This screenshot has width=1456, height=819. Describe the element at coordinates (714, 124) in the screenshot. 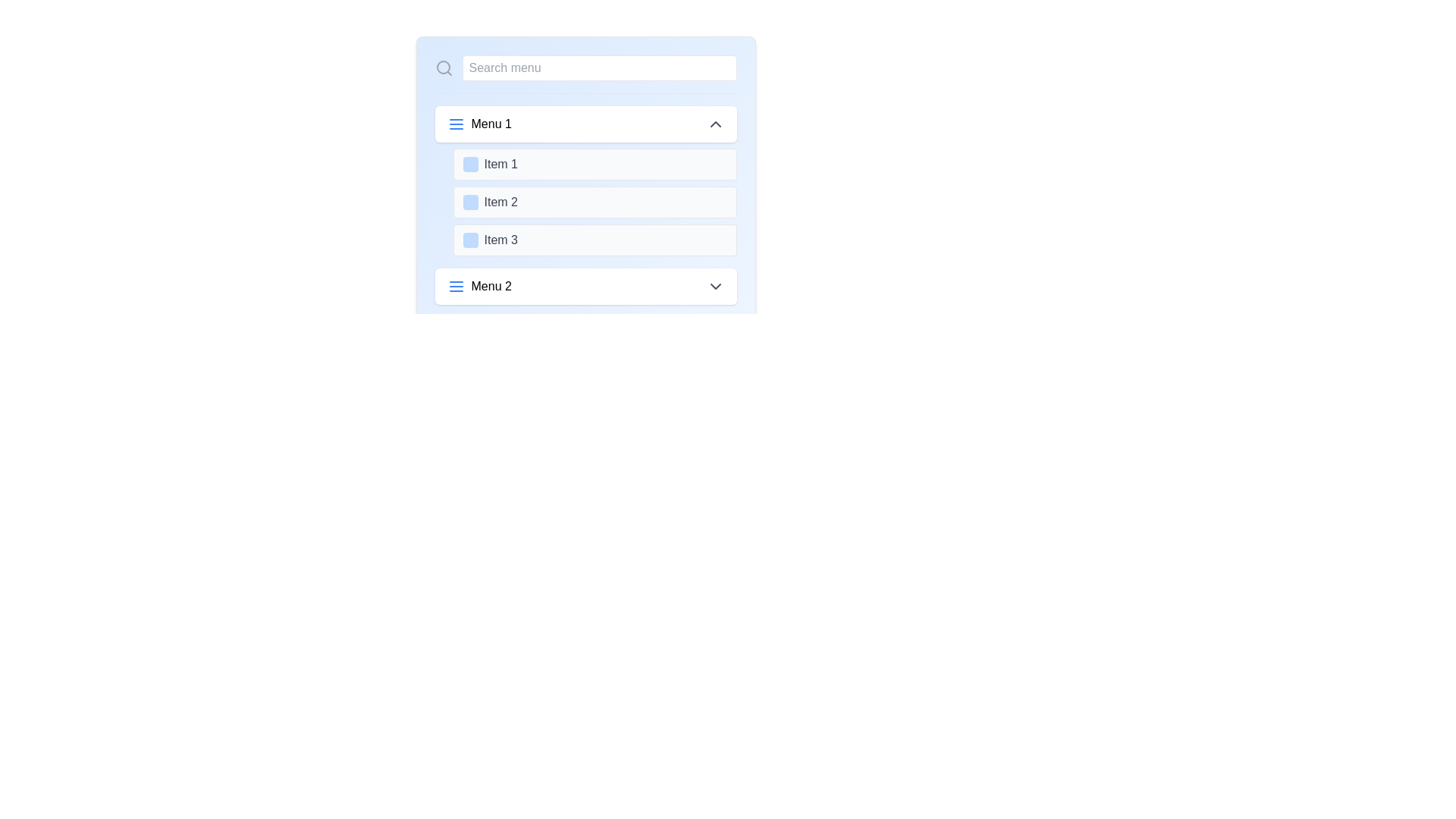

I see `the upward-pointing chevron icon with a black outline next to 'Menu 1'` at that location.